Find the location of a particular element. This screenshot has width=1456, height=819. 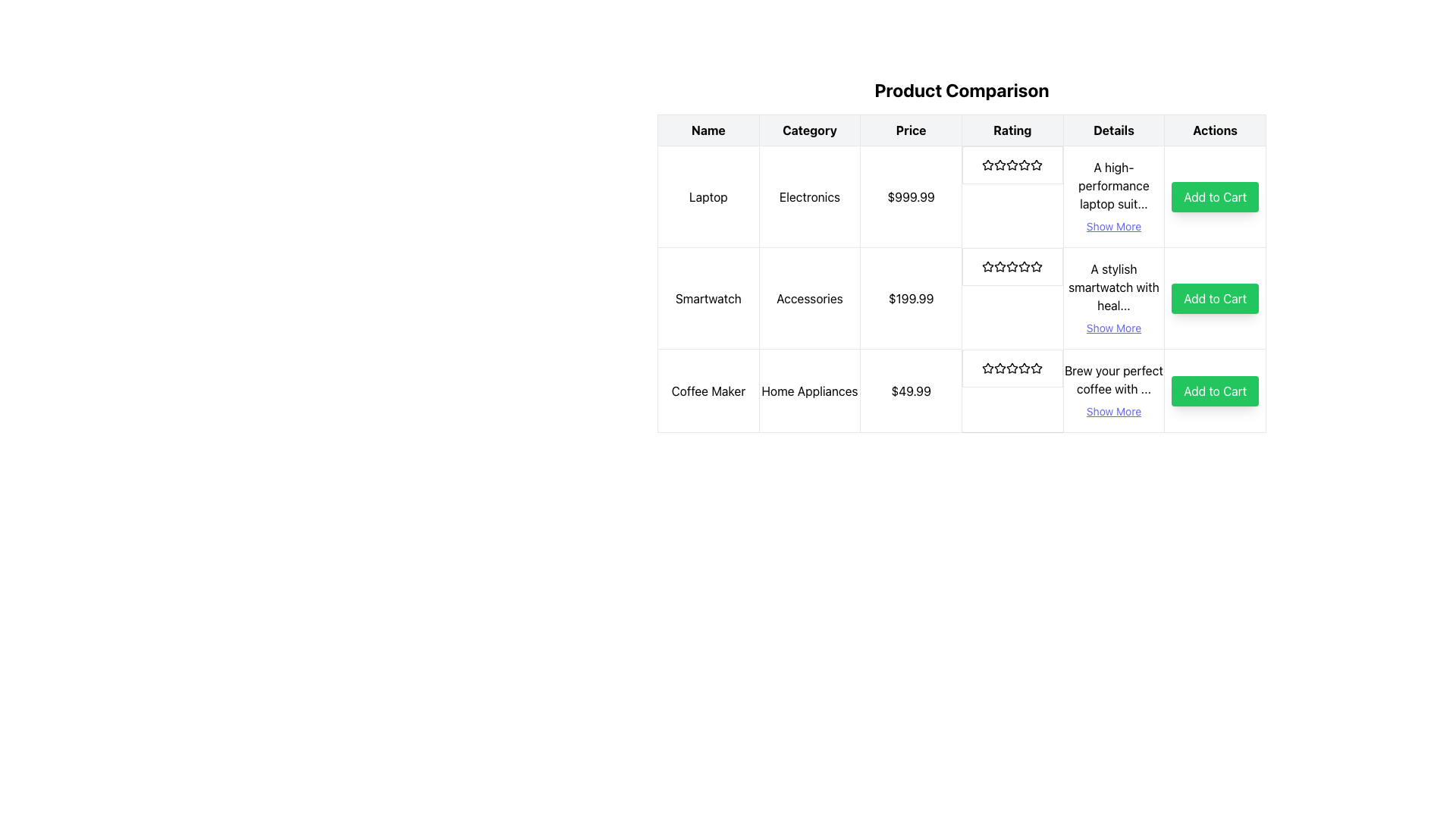

the 'Show More' clickable link located under the 'Brew your perfect coffee with ...' description in the 'Details' column of the Coffee Maker entry is located at coordinates (1113, 412).